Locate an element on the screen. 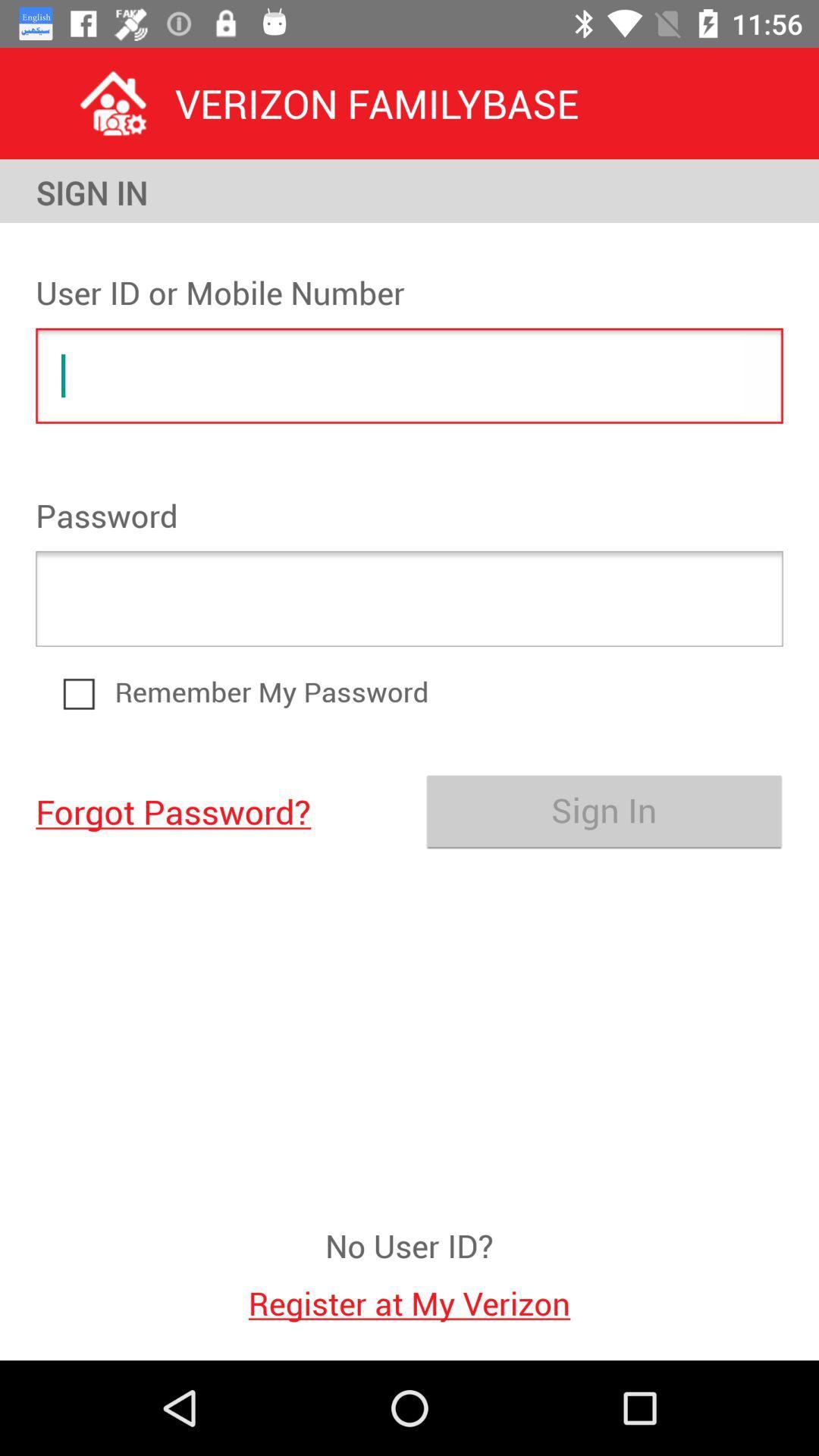 The width and height of the screenshot is (819, 1456). the icon below the no user id? icon is located at coordinates (409, 1294).